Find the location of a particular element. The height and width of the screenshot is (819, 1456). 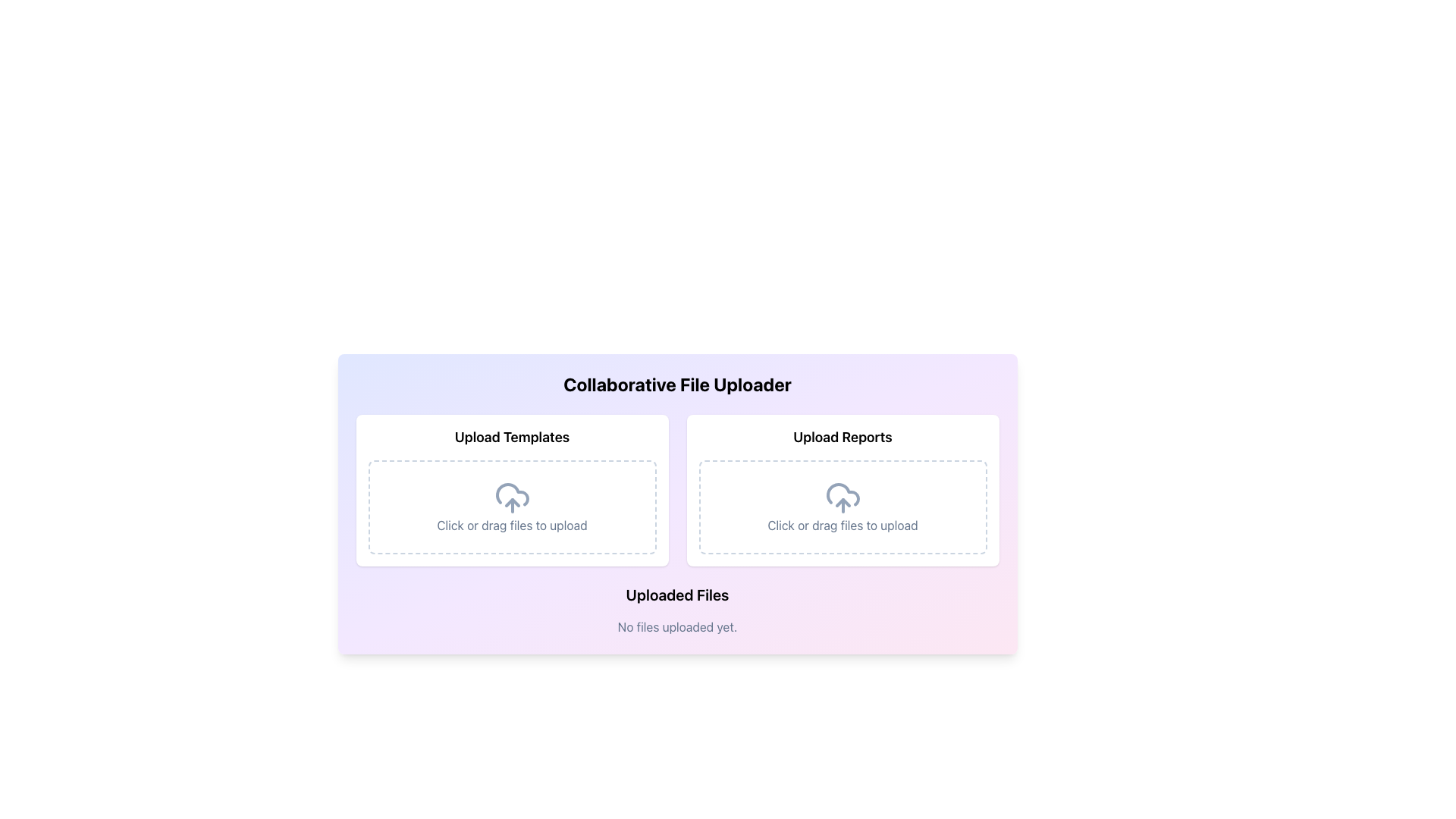

the static text element that informs the user that no files are currently uploaded, which is located below the heading 'Uploaded Files' in the interface is located at coordinates (676, 626).